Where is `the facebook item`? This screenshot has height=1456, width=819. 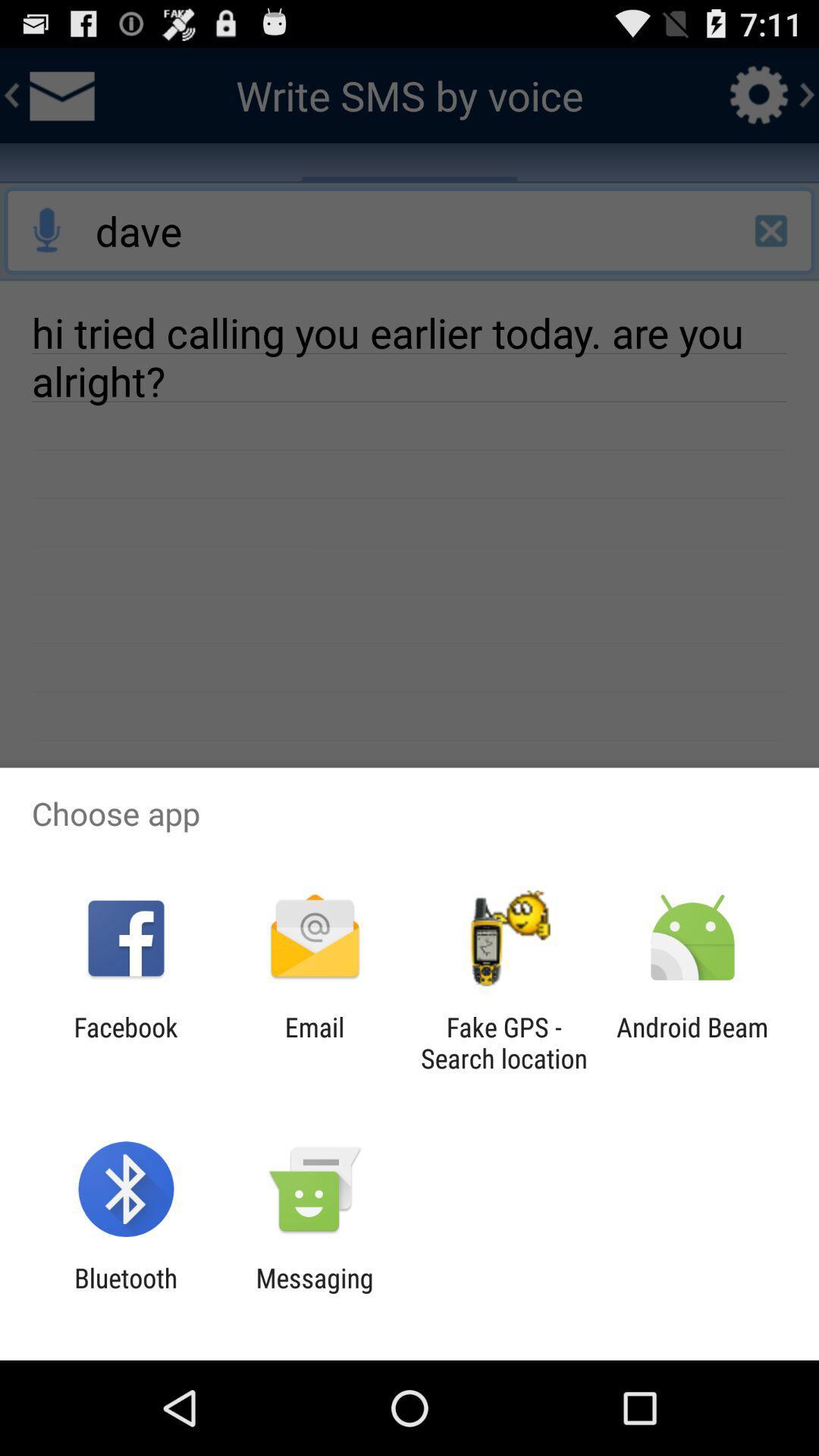 the facebook item is located at coordinates (125, 1042).